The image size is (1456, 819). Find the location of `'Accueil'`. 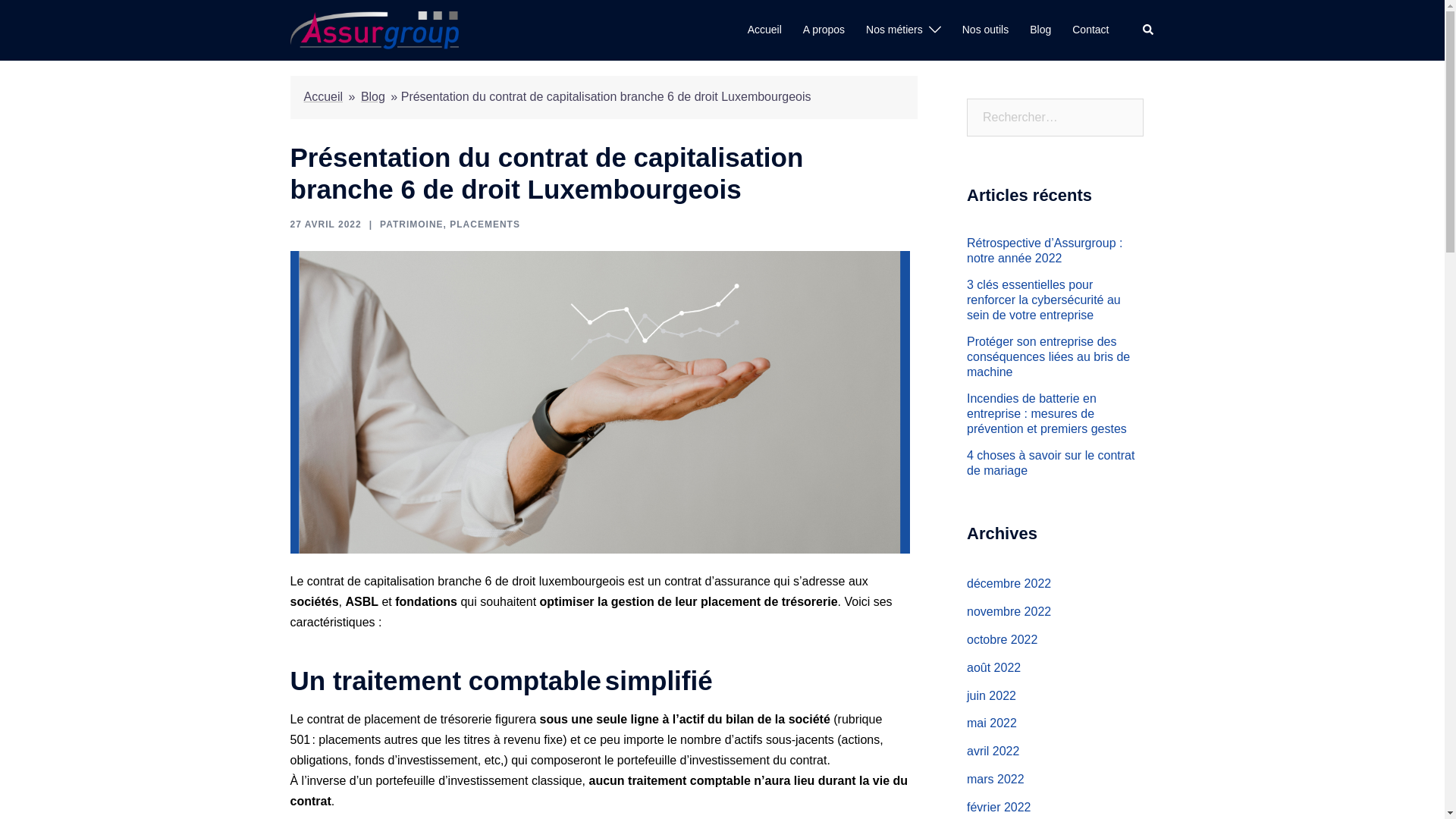

'Accueil' is located at coordinates (322, 96).